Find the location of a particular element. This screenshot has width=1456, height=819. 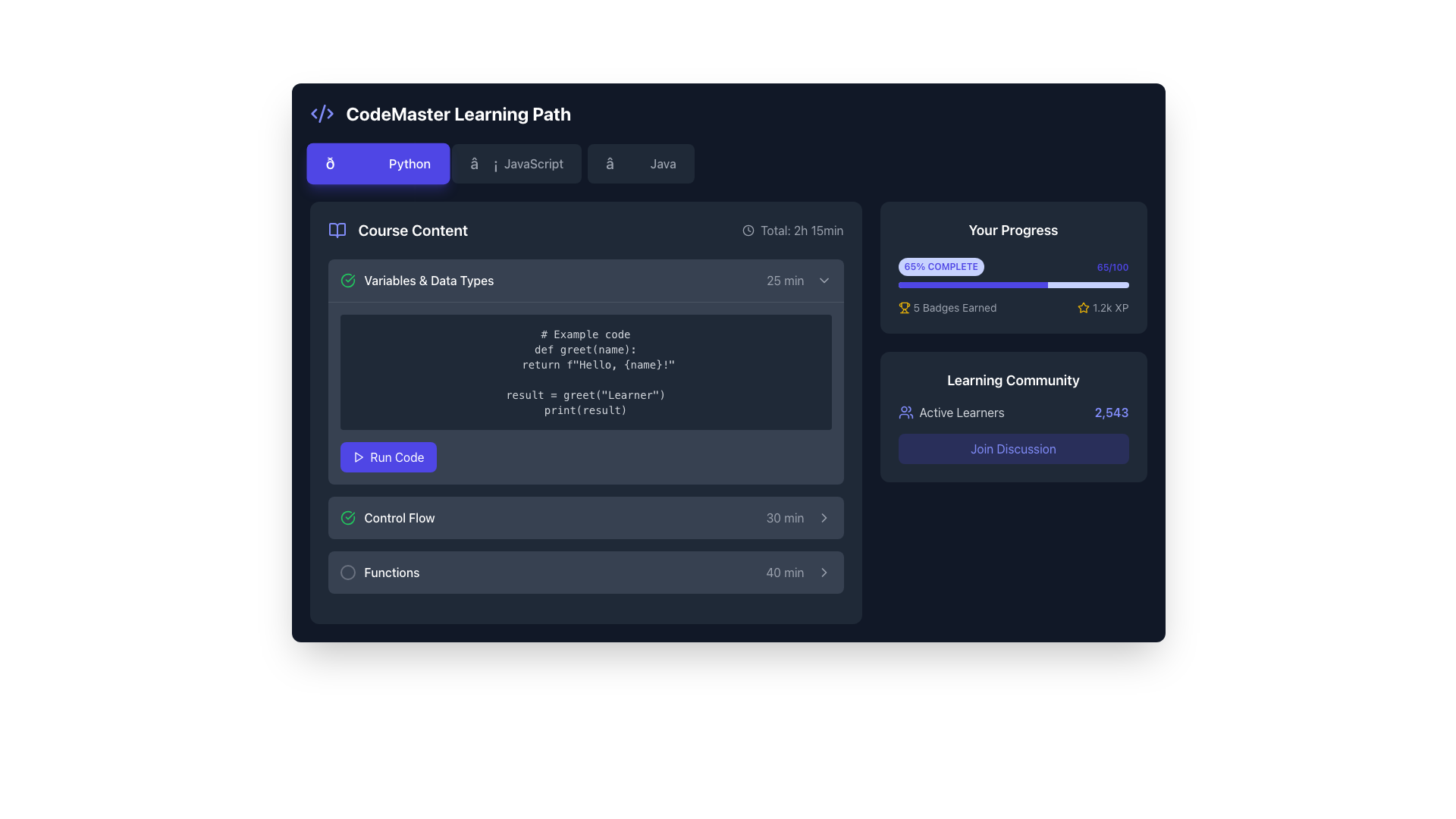

the circular indicator or marker with a gray border positioned to the left of the text 'Functions' in the interactive component list is located at coordinates (347, 573).